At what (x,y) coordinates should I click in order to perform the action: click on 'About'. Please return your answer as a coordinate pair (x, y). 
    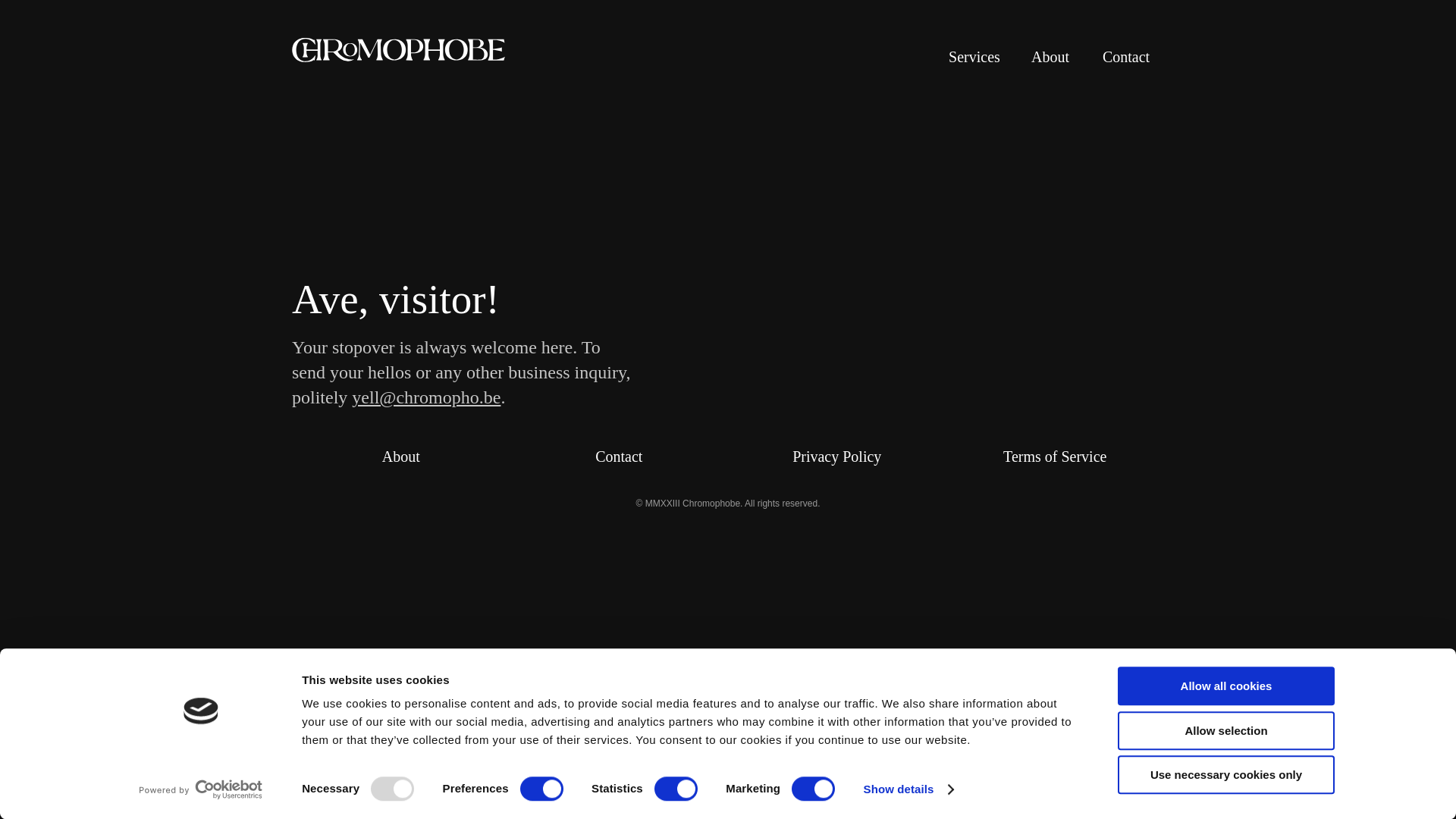
    Looking at the image, I should click on (400, 455).